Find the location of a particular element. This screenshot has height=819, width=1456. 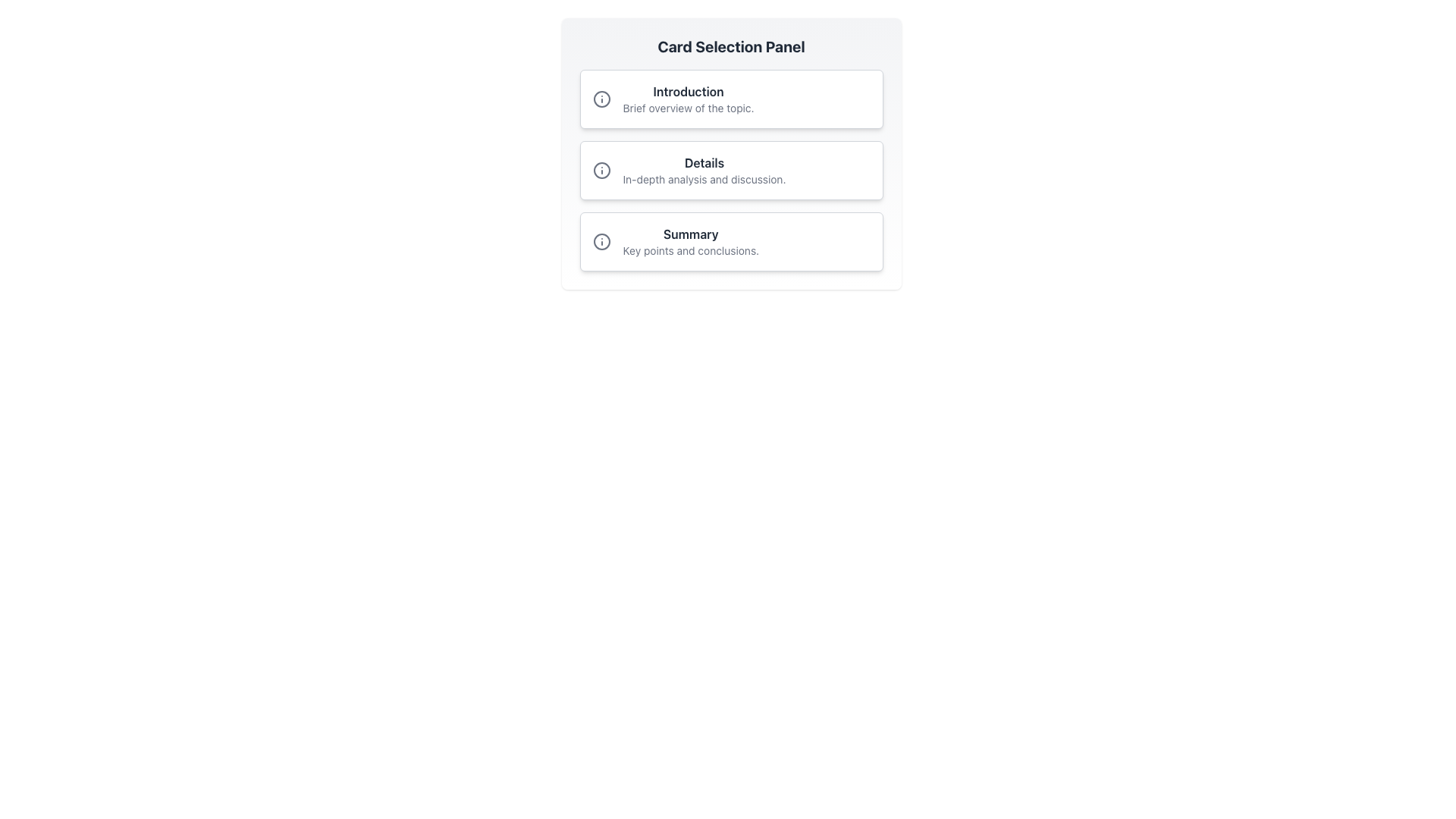

the 'Summary' text block, which is the third card in the 'Card Selection Panel' containing the title 'Summary' and subtitle 'Key points and conclusions.' is located at coordinates (690, 241).